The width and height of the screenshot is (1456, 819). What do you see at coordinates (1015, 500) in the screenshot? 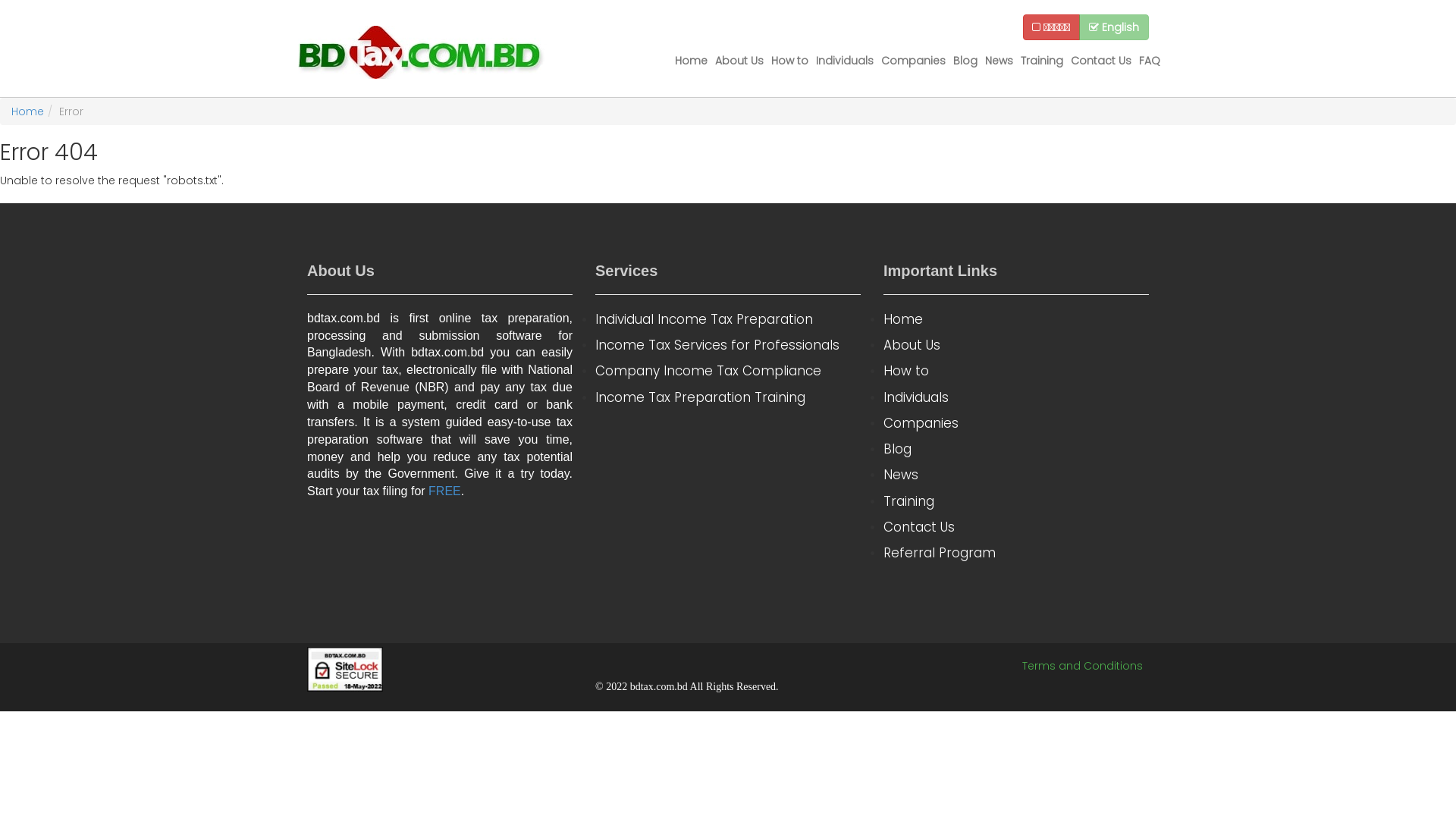
I see `'Training'` at bounding box center [1015, 500].